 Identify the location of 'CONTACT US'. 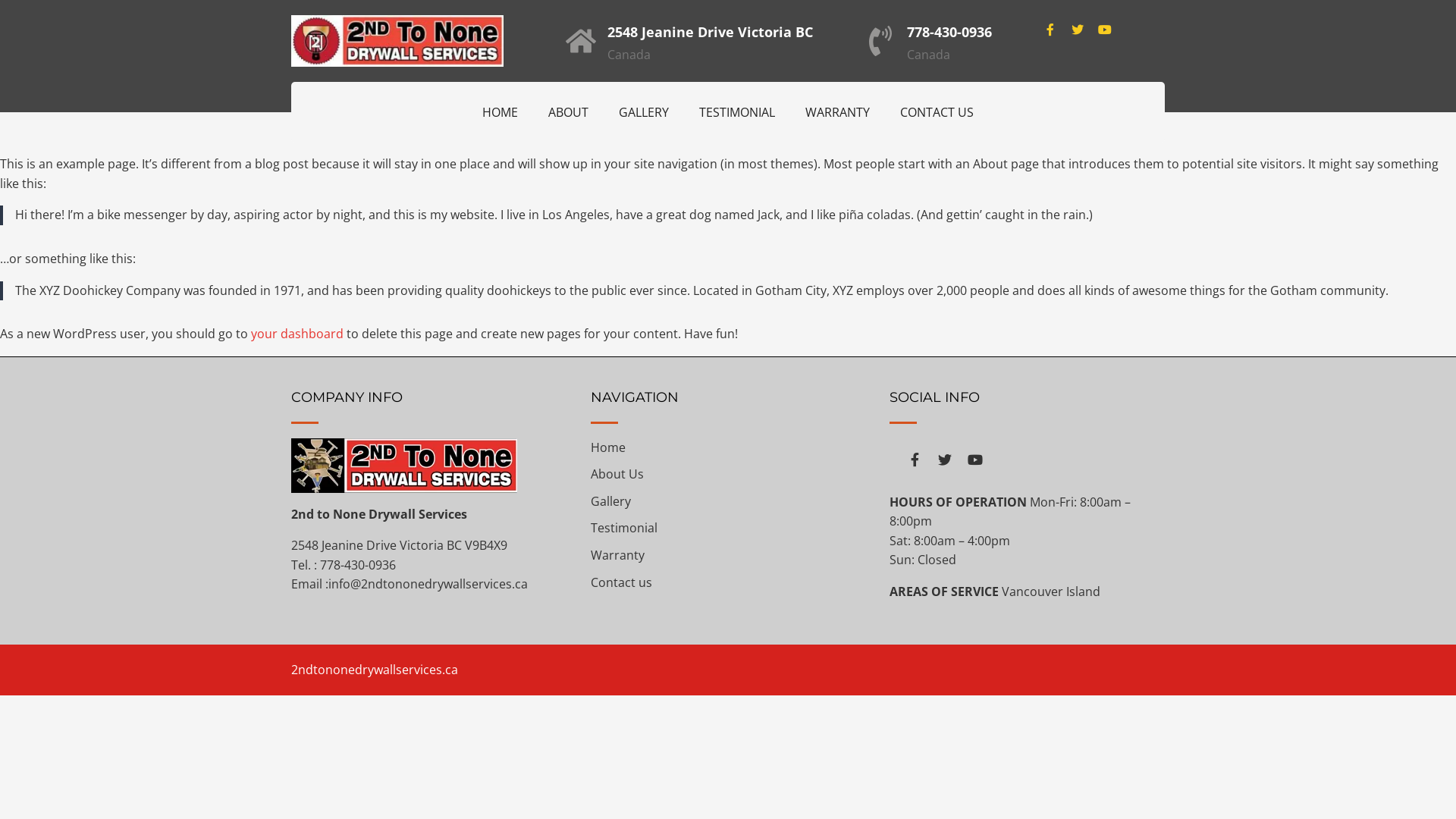
(884, 111).